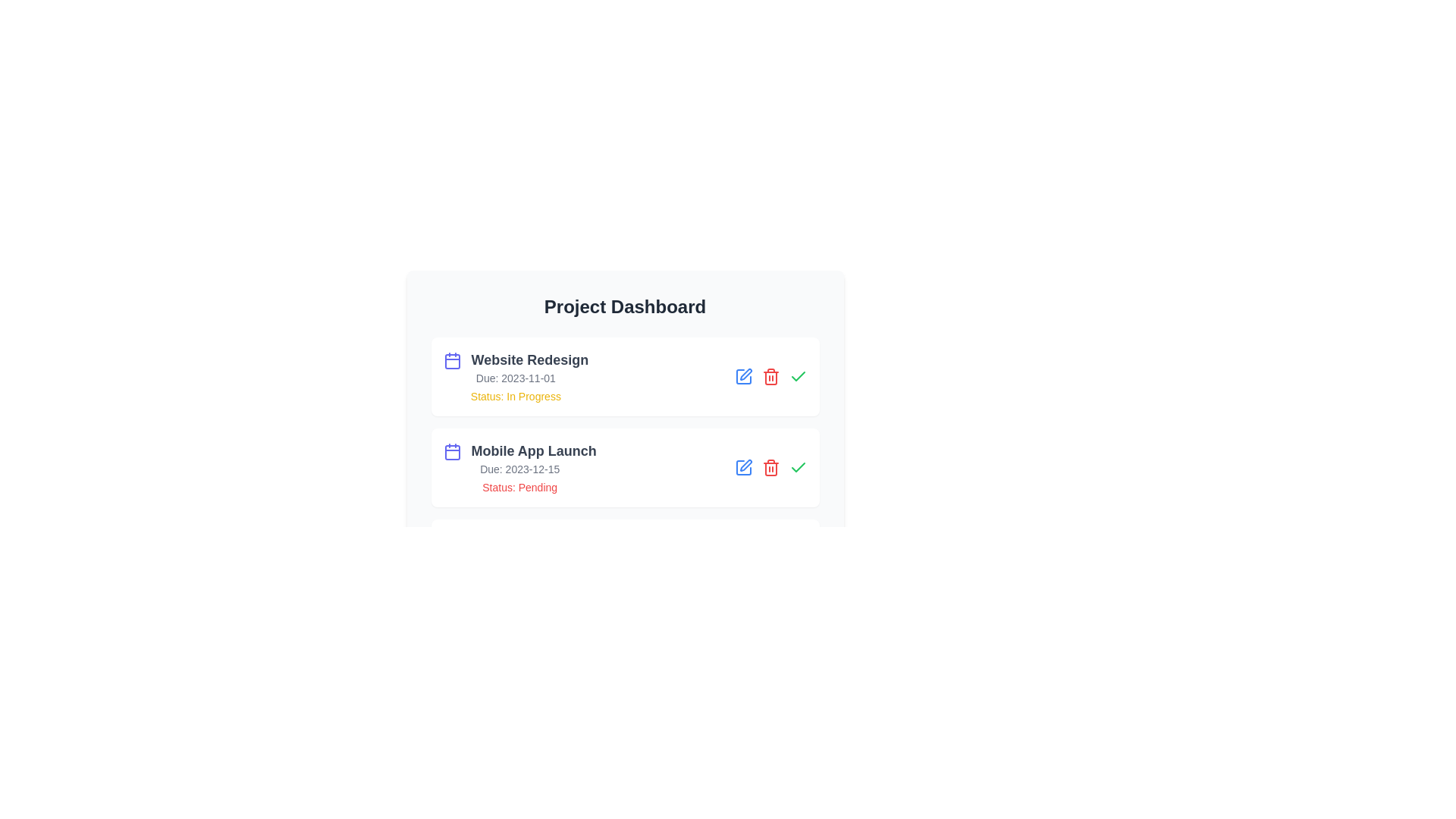 The image size is (1456, 819). I want to click on the edit button for the project Mobile App Launch, so click(743, 467).